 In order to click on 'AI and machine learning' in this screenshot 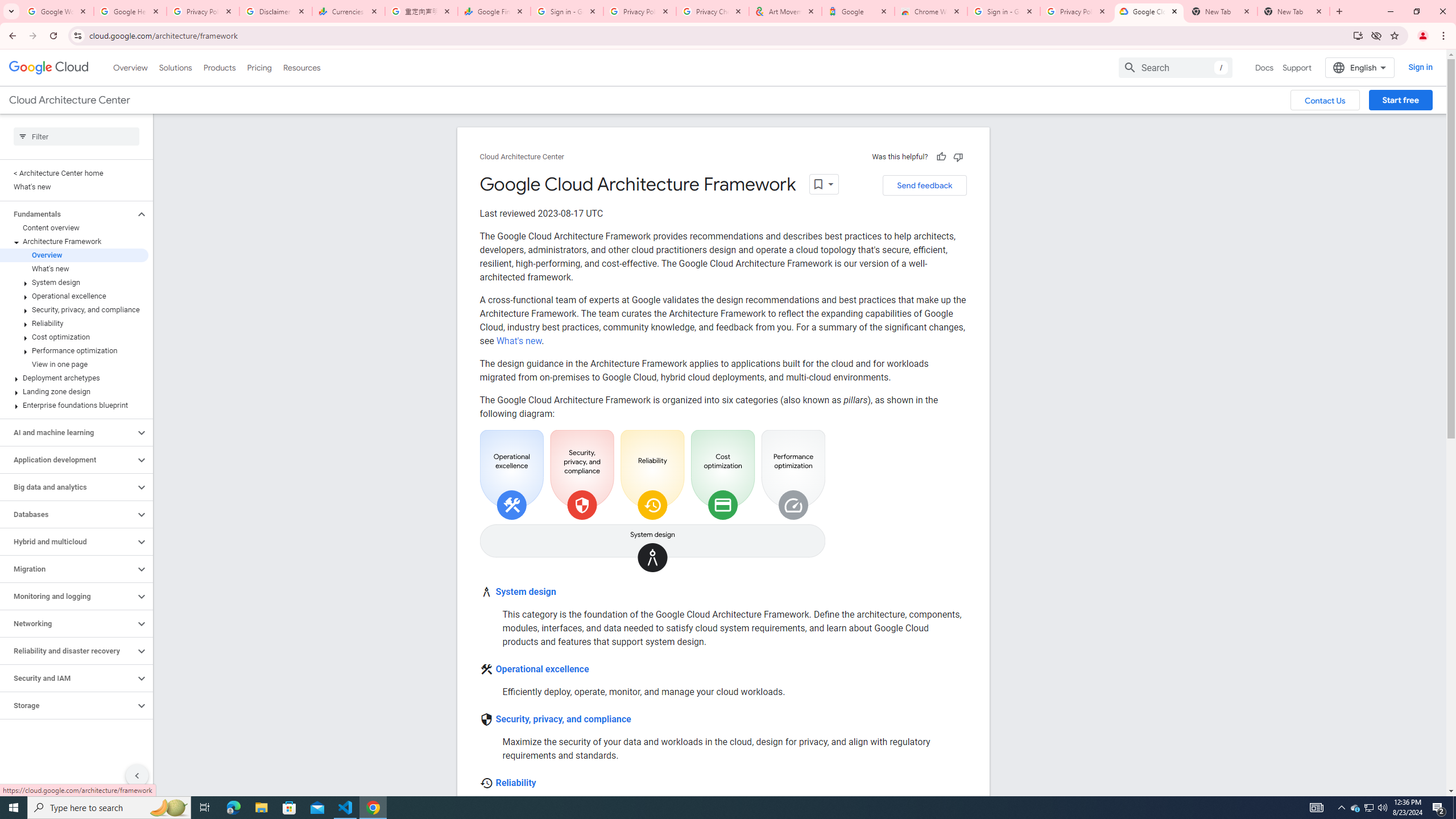, I will do `click(67, 433)`.